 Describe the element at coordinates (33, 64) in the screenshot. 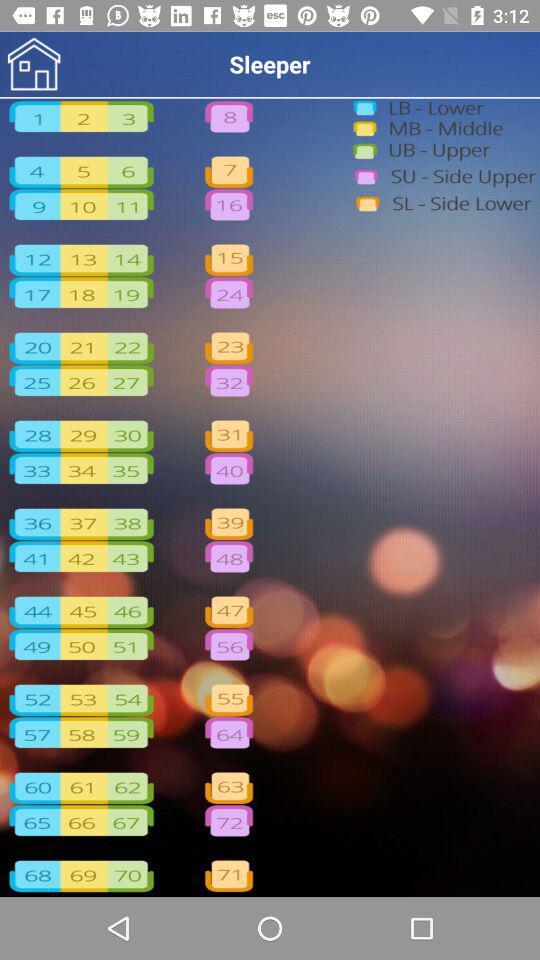

I see `the home icon` at that location.